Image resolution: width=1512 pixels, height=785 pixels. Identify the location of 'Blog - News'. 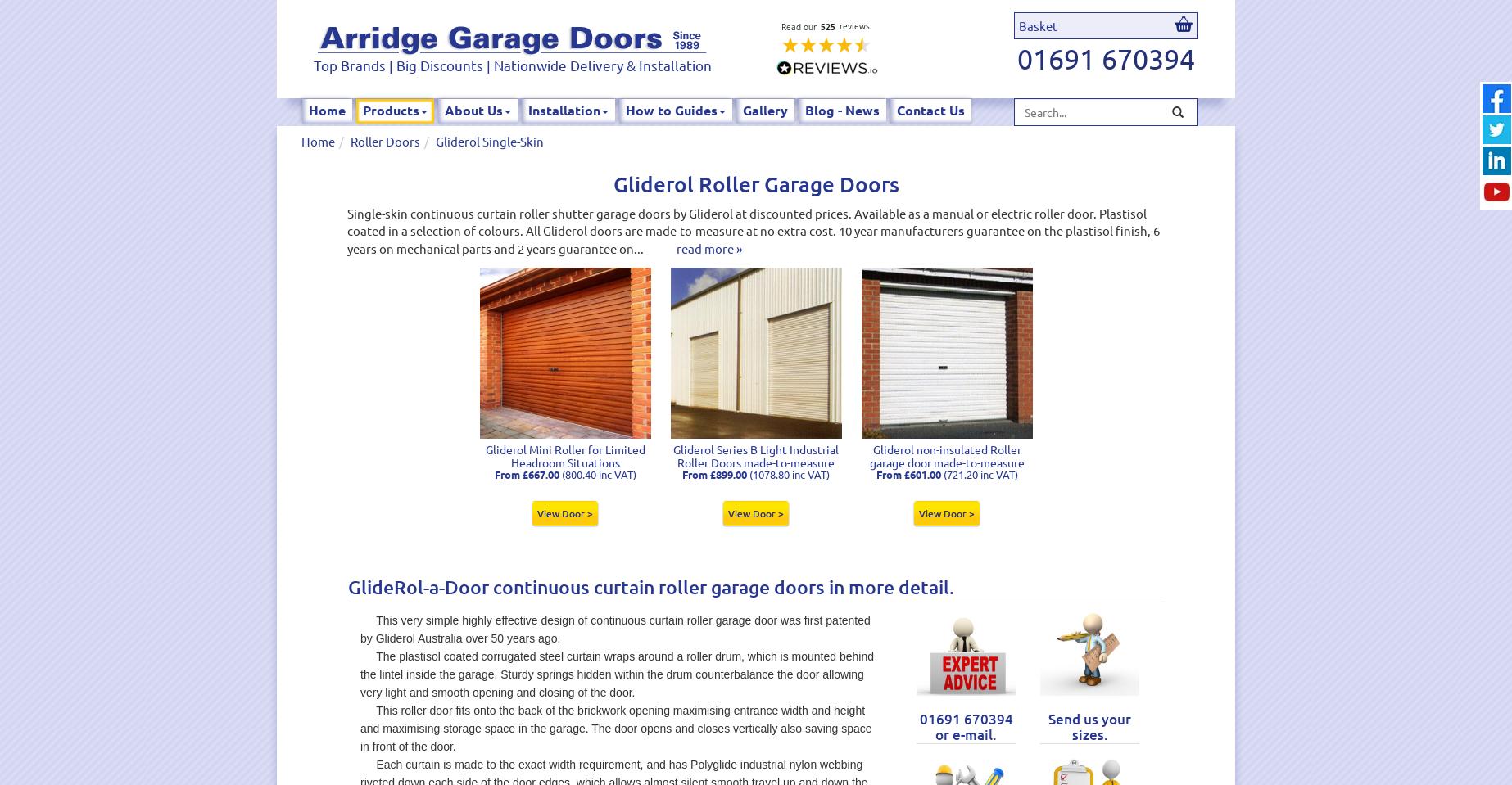
(804, 110).